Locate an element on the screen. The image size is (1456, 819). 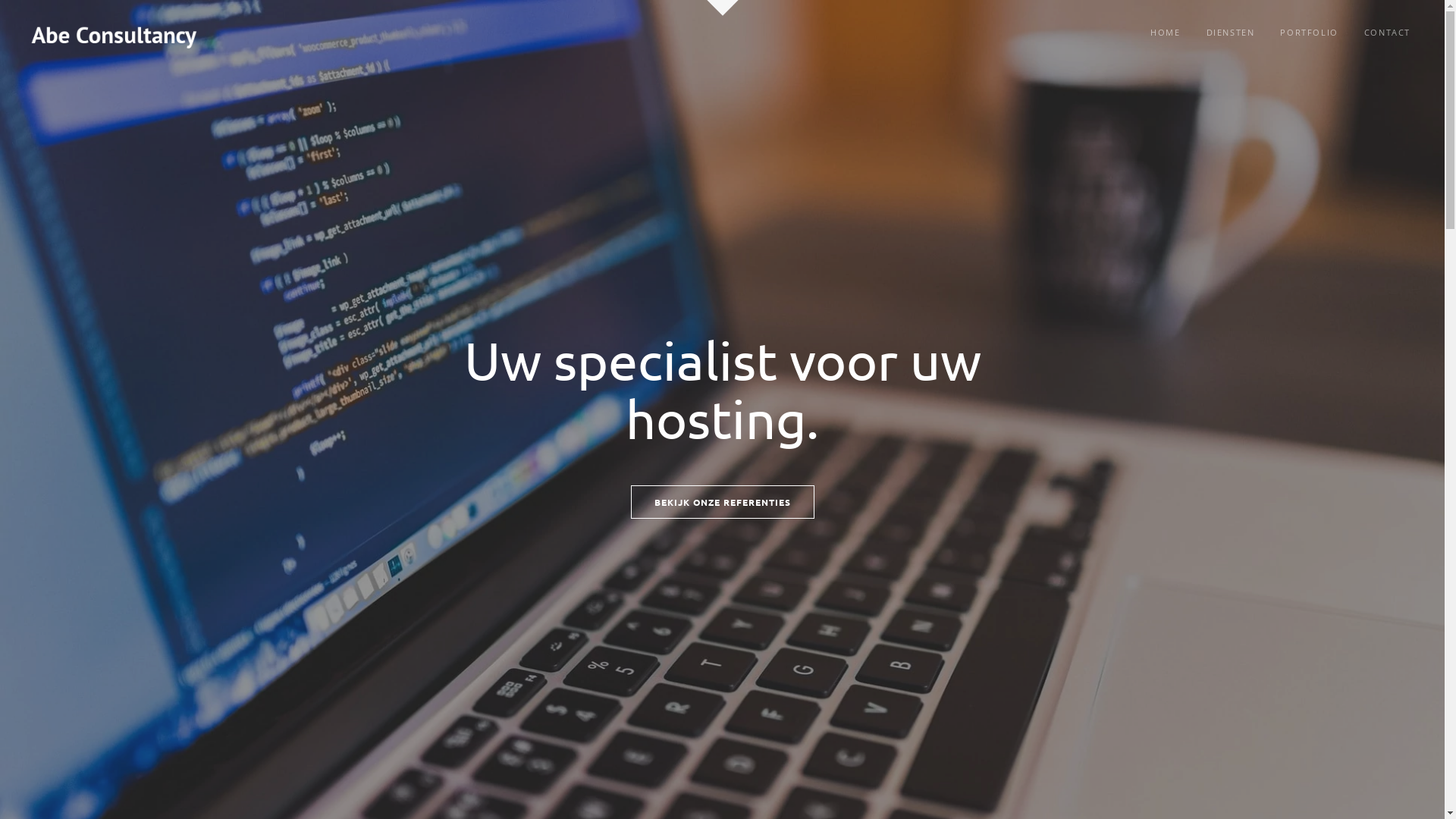
'HOME' is located at coordinates (1164, 32).